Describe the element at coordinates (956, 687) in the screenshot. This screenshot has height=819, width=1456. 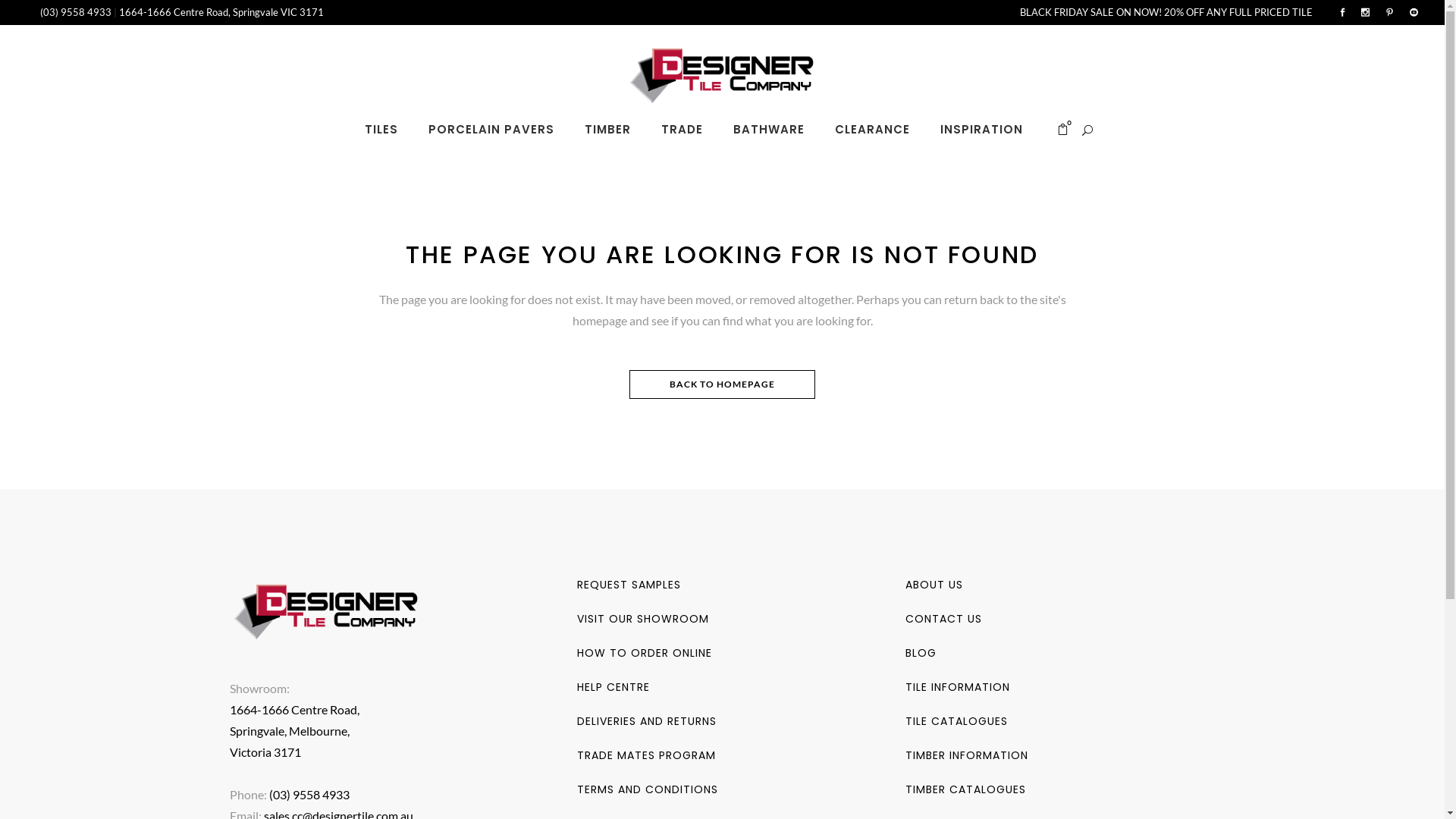
I see `'TILE INFORMATION'` at that location.